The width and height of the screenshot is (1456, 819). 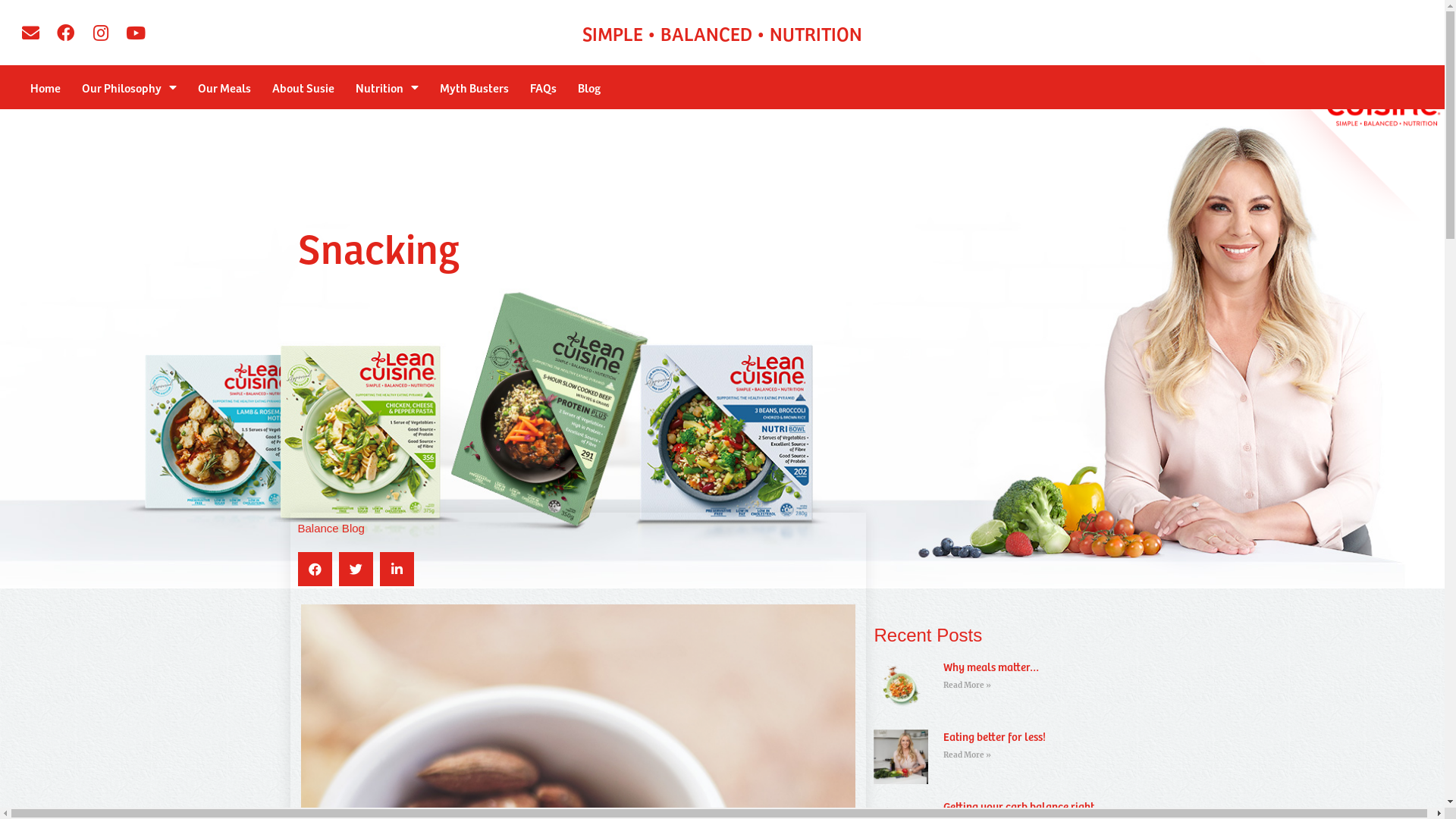 What do you see at coordinates (1018, 805) in the screenshot?
I see `'Getting your carb balance right'` at bounding box center [1018, 805].